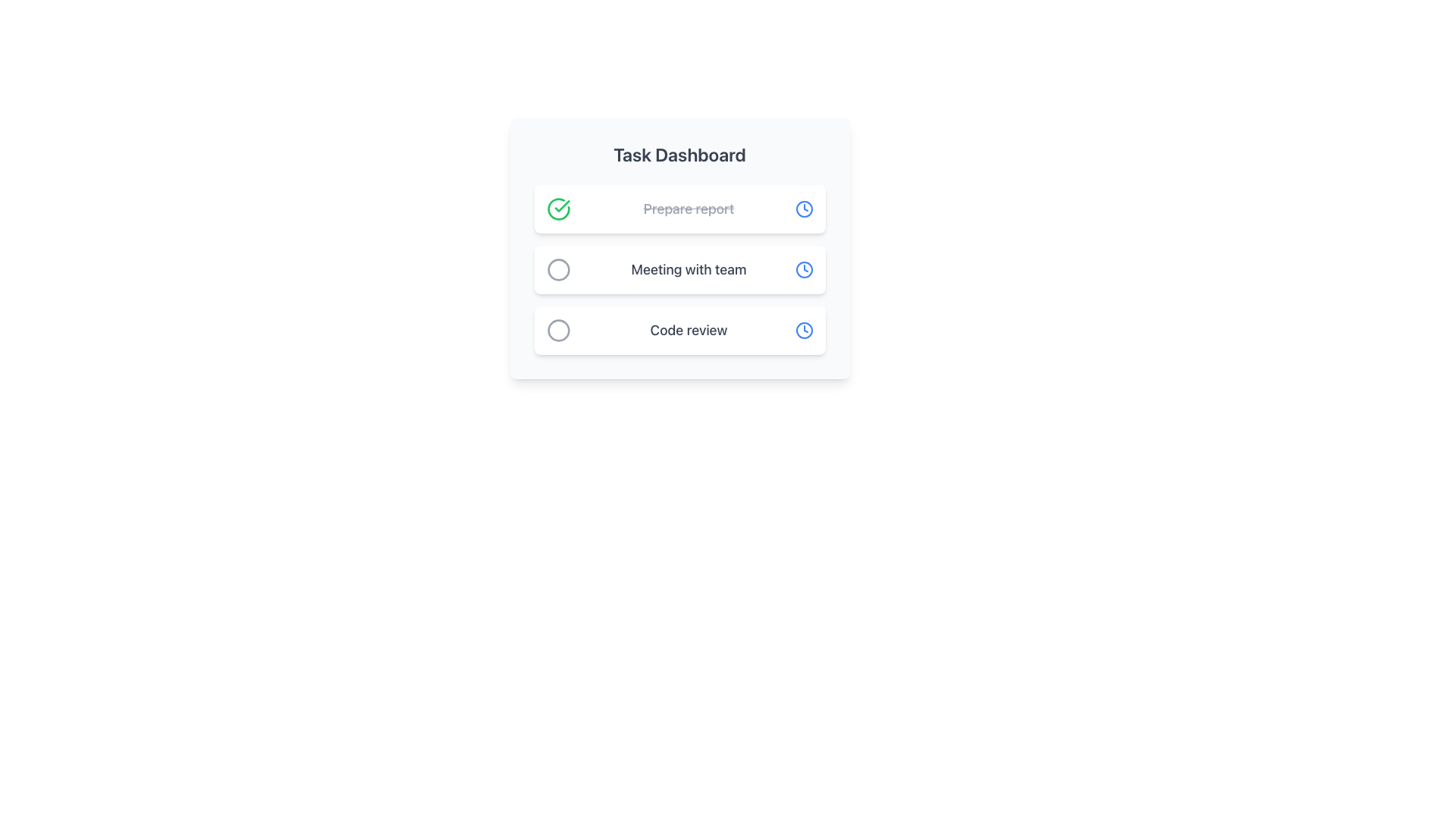  Describe the element at coordinates (803, 329) in the screenshot. I see `the outer frame circle of the clock icon located in the bottom-right corner of the 'Code Review' task row in the task dashboard interface` at that location.